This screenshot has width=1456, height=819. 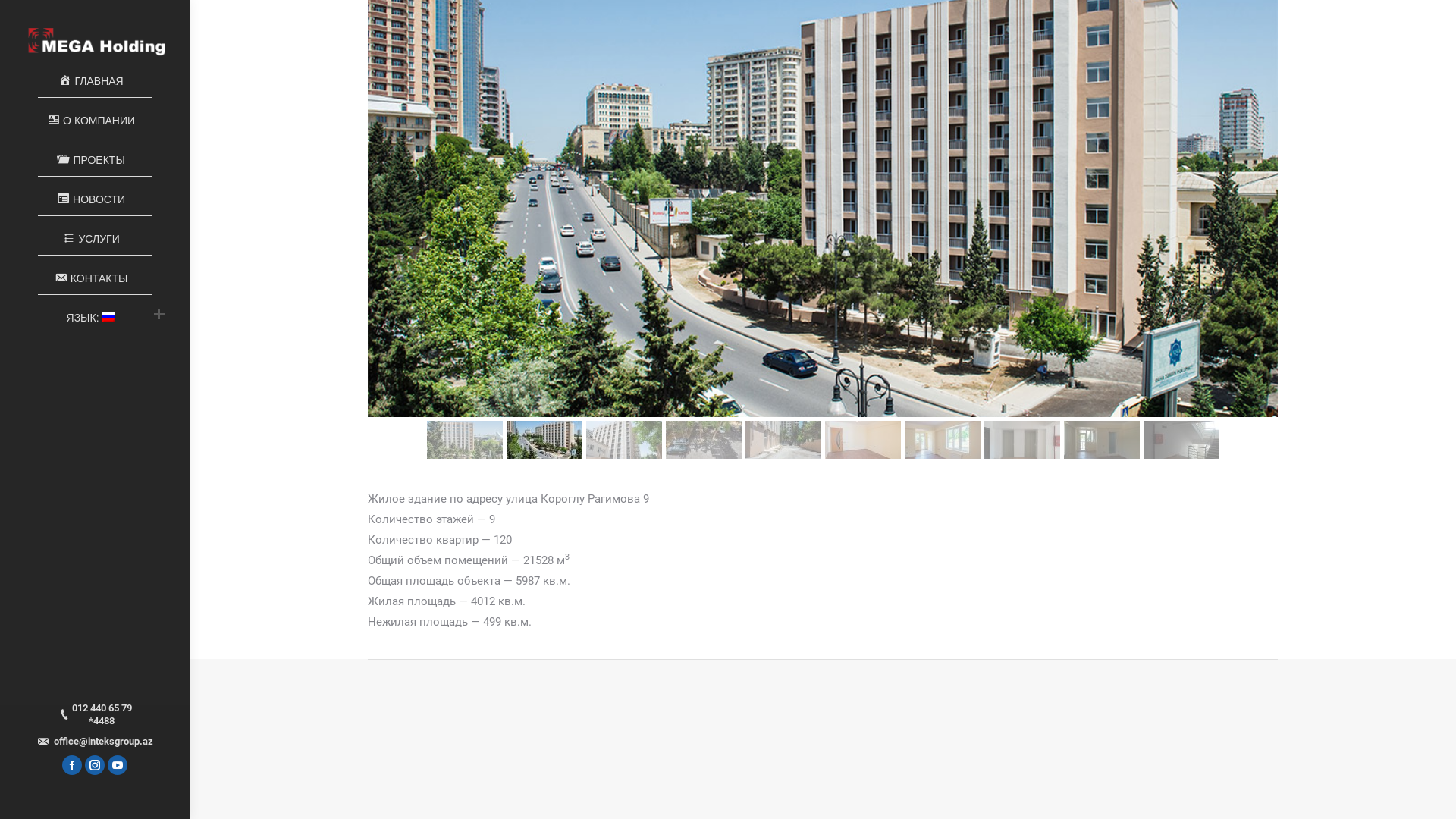 I want to click on 'Facebook', so click(x=71, y=765).